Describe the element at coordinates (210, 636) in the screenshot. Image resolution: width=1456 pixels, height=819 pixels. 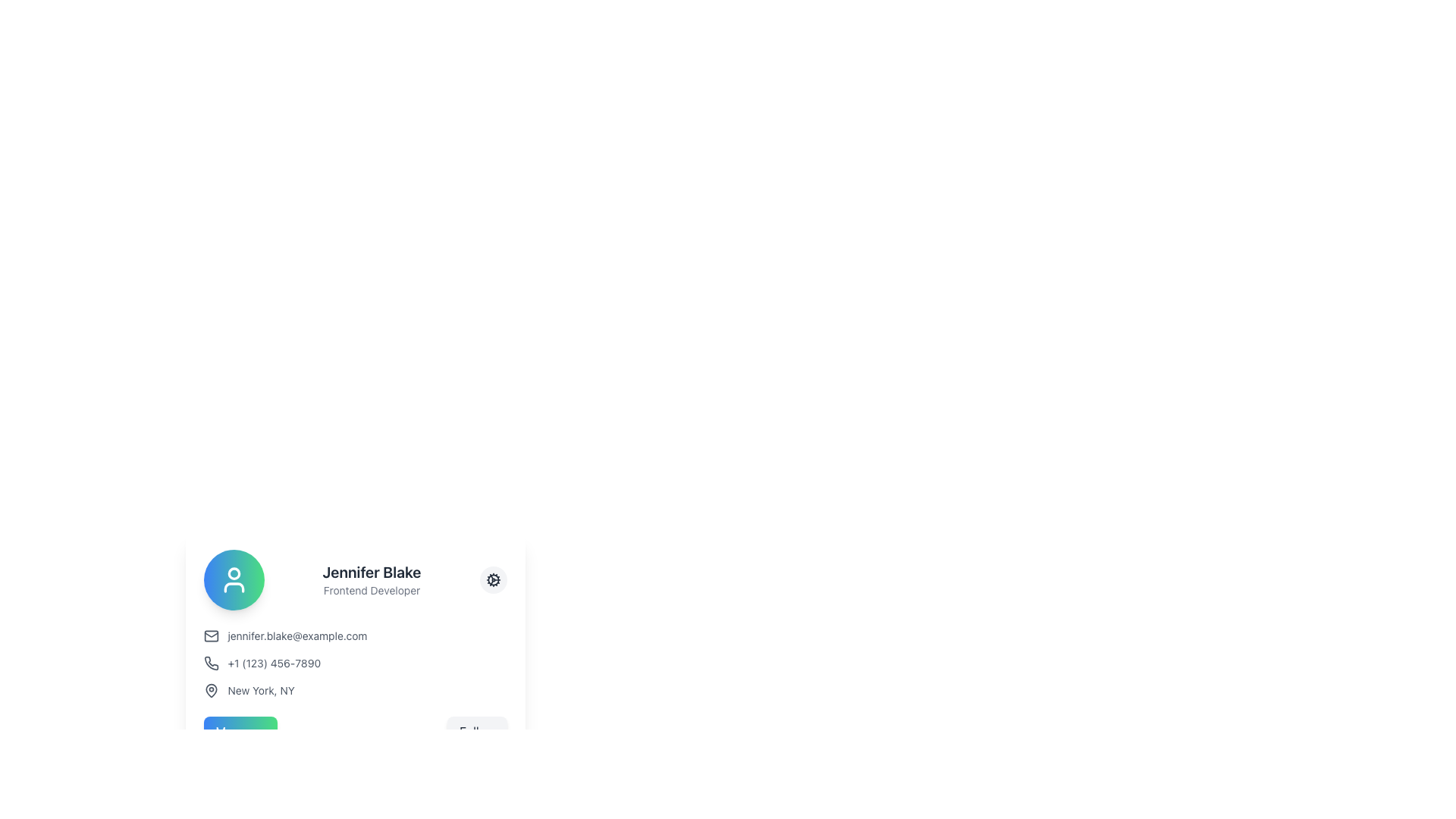
I see `the decorative graphic part of the email envelope icon located to the left of the email address text in the user profile card` at that location.